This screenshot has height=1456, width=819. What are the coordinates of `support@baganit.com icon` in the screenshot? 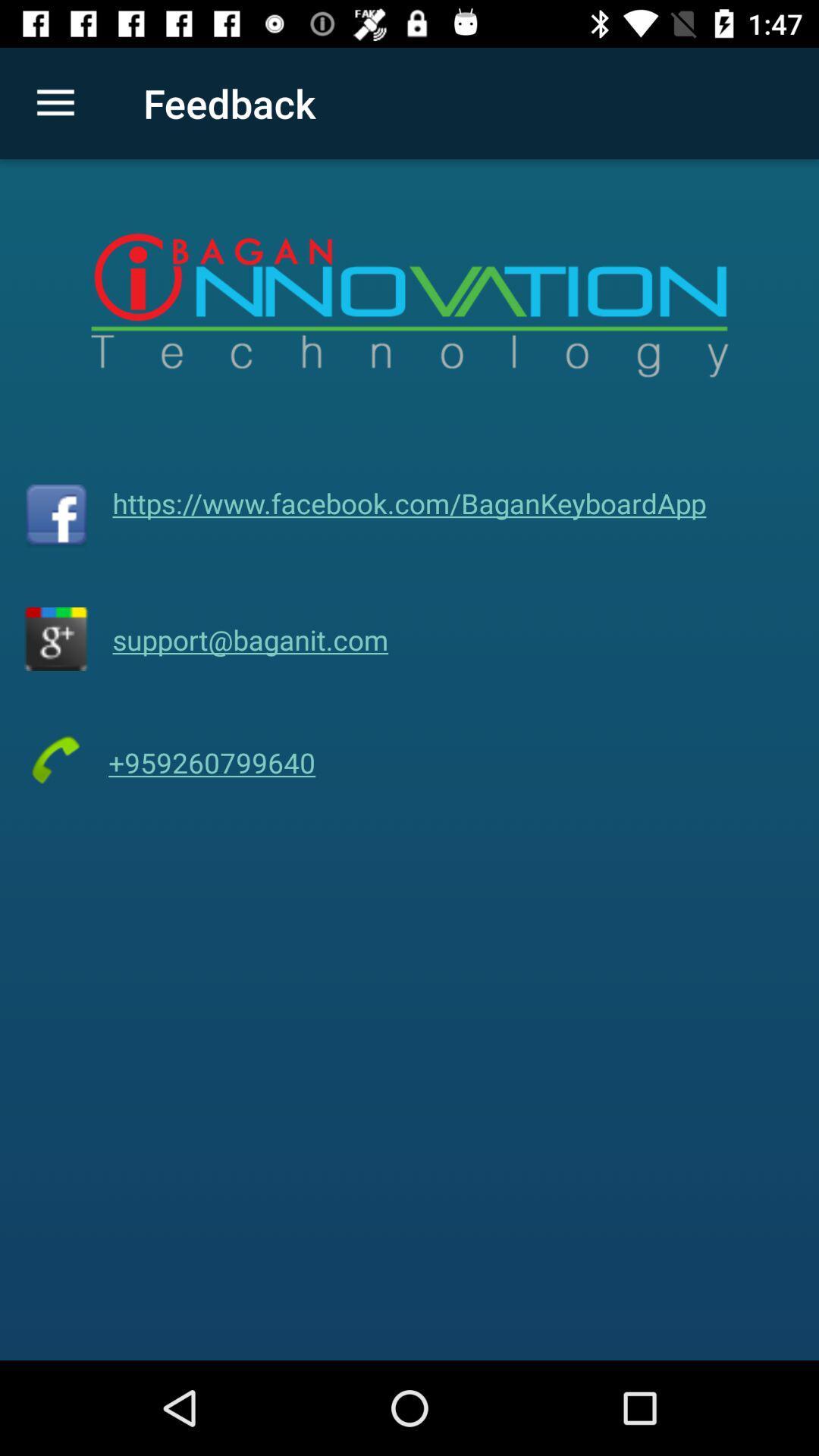 It's located at (249, 639).